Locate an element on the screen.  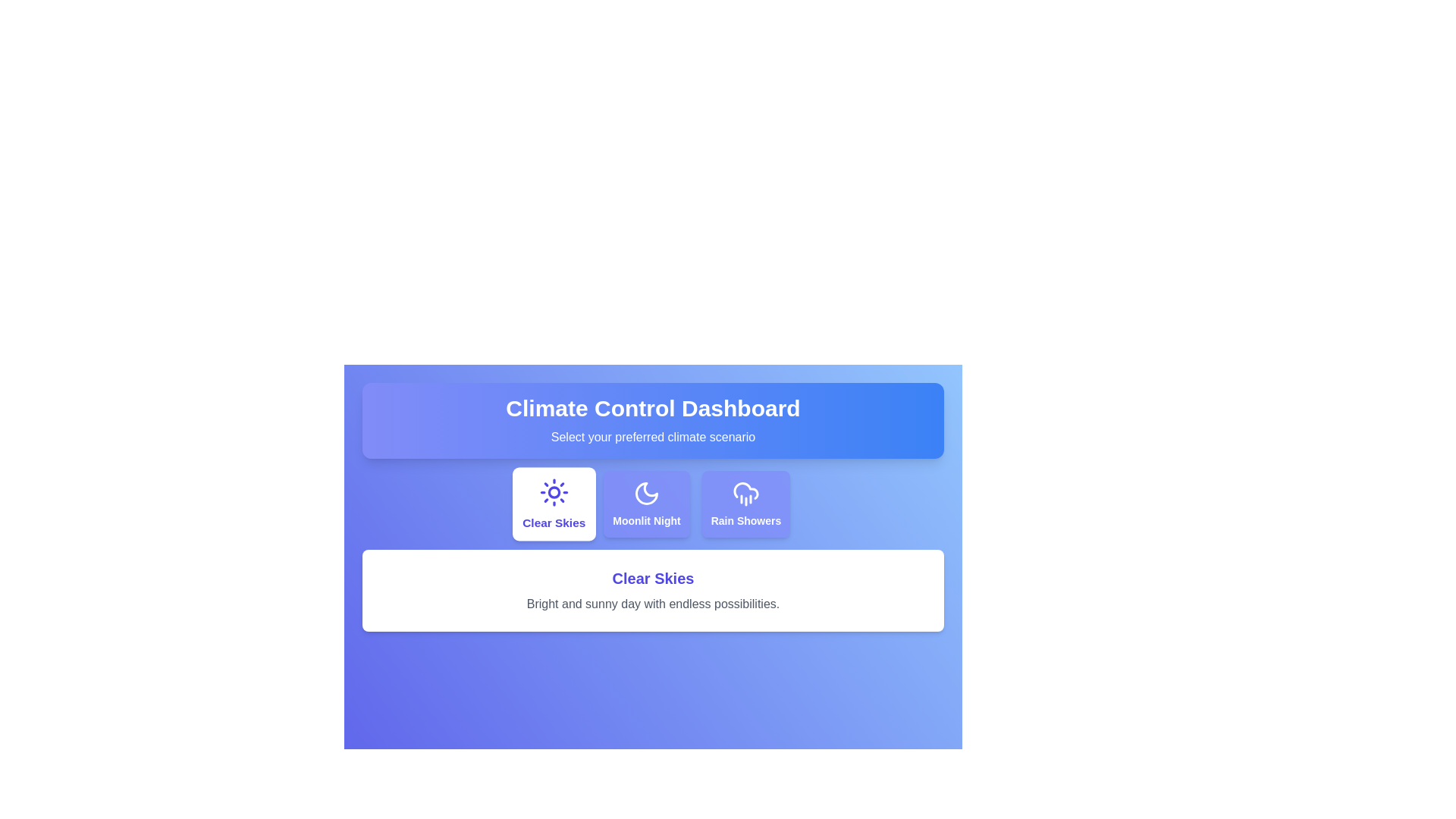
the climate scenario tab labeled Rain Showers is located at coordinates (745, 504).